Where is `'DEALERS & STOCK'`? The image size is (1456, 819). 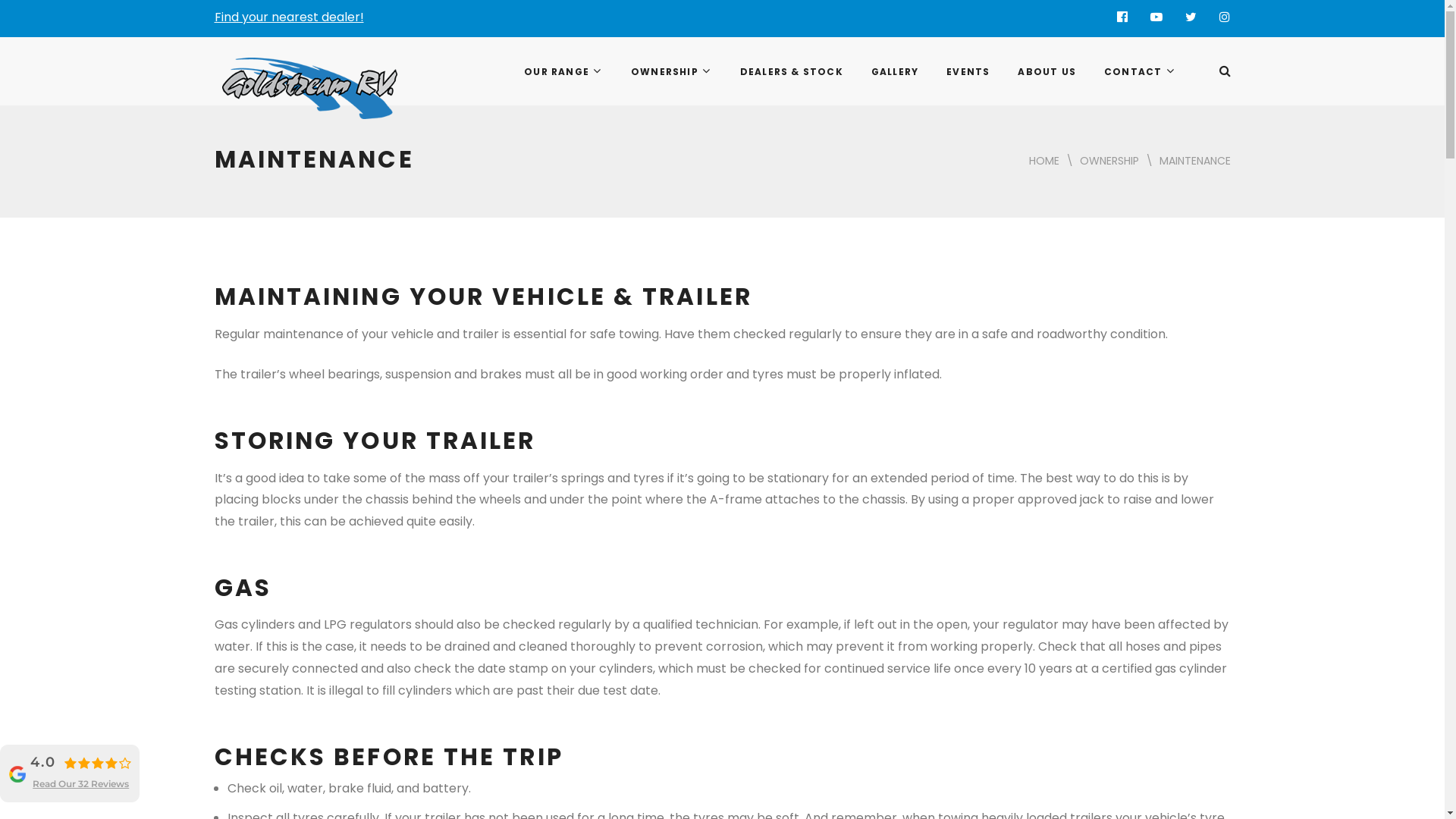
'DEALERS & STOCK' is located at coordinates (789, 71).